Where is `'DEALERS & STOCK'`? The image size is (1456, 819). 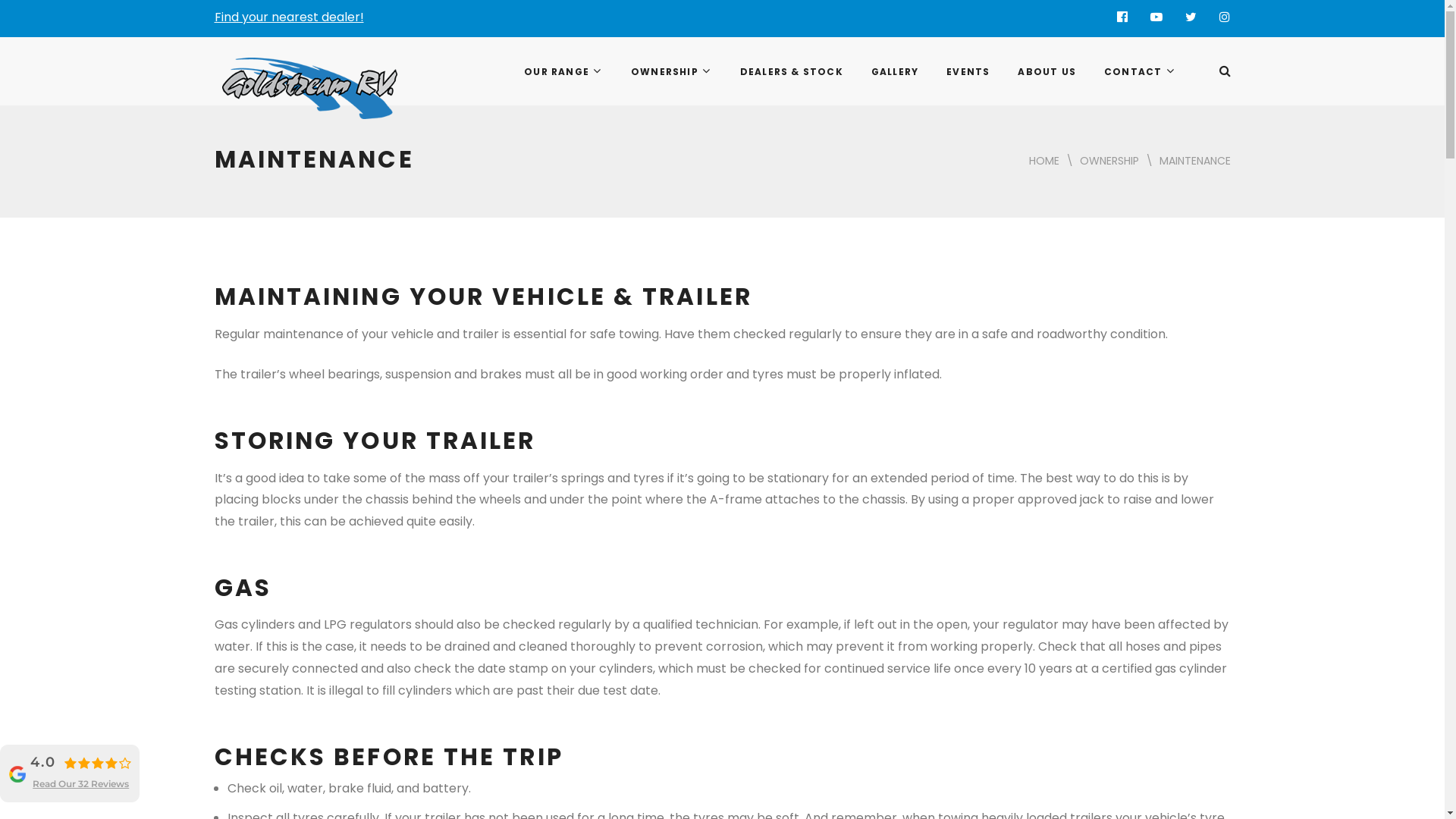
'DEALERS & STOCK' is located at coordinates (789, 71).